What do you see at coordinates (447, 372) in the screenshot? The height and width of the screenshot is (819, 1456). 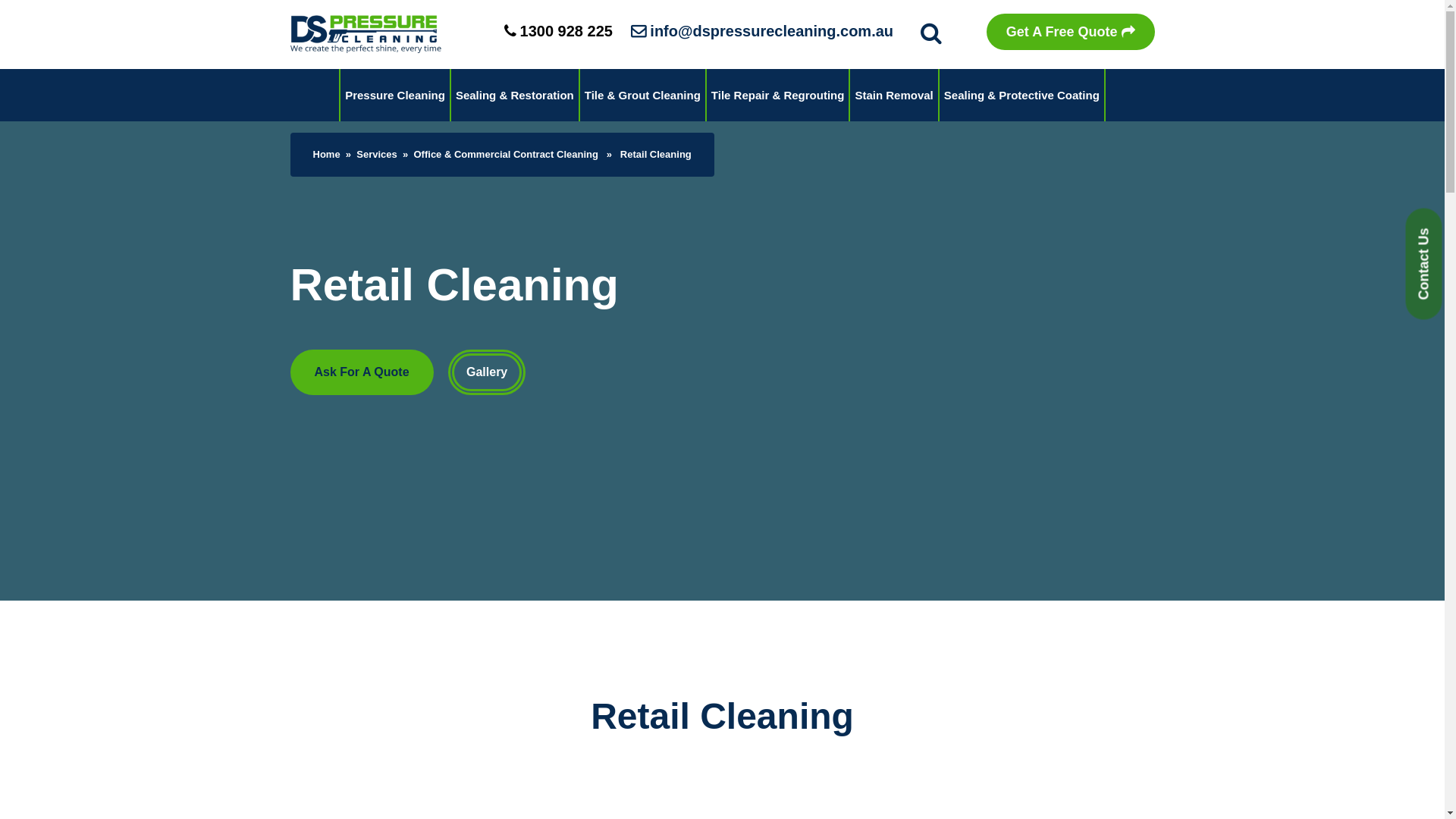 I see `'Gallery'` at bounding box center [447, 372].